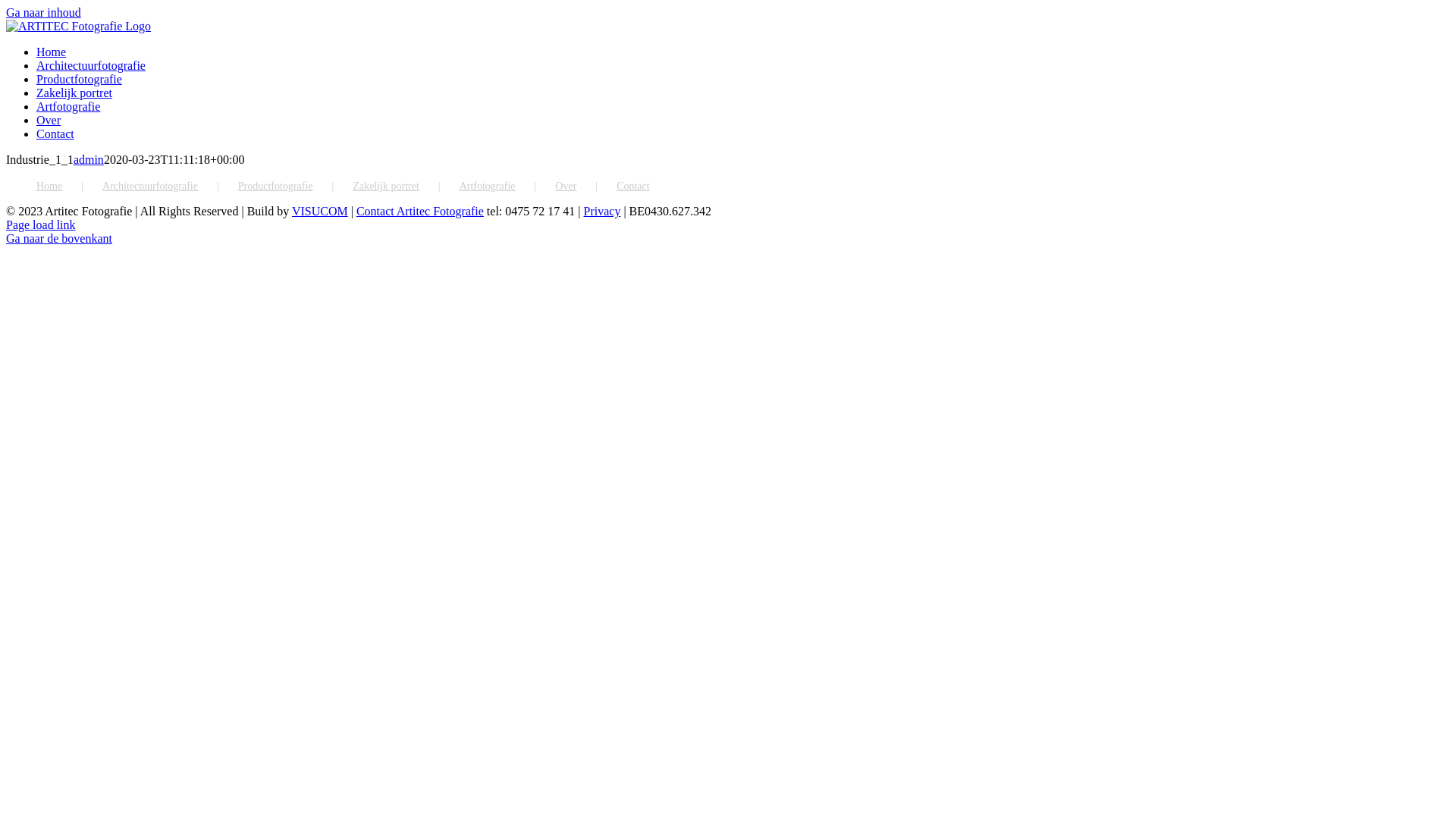 The height and width of the screenshot is (819, 1456). I want to click on 'Over', so click(48, 119).